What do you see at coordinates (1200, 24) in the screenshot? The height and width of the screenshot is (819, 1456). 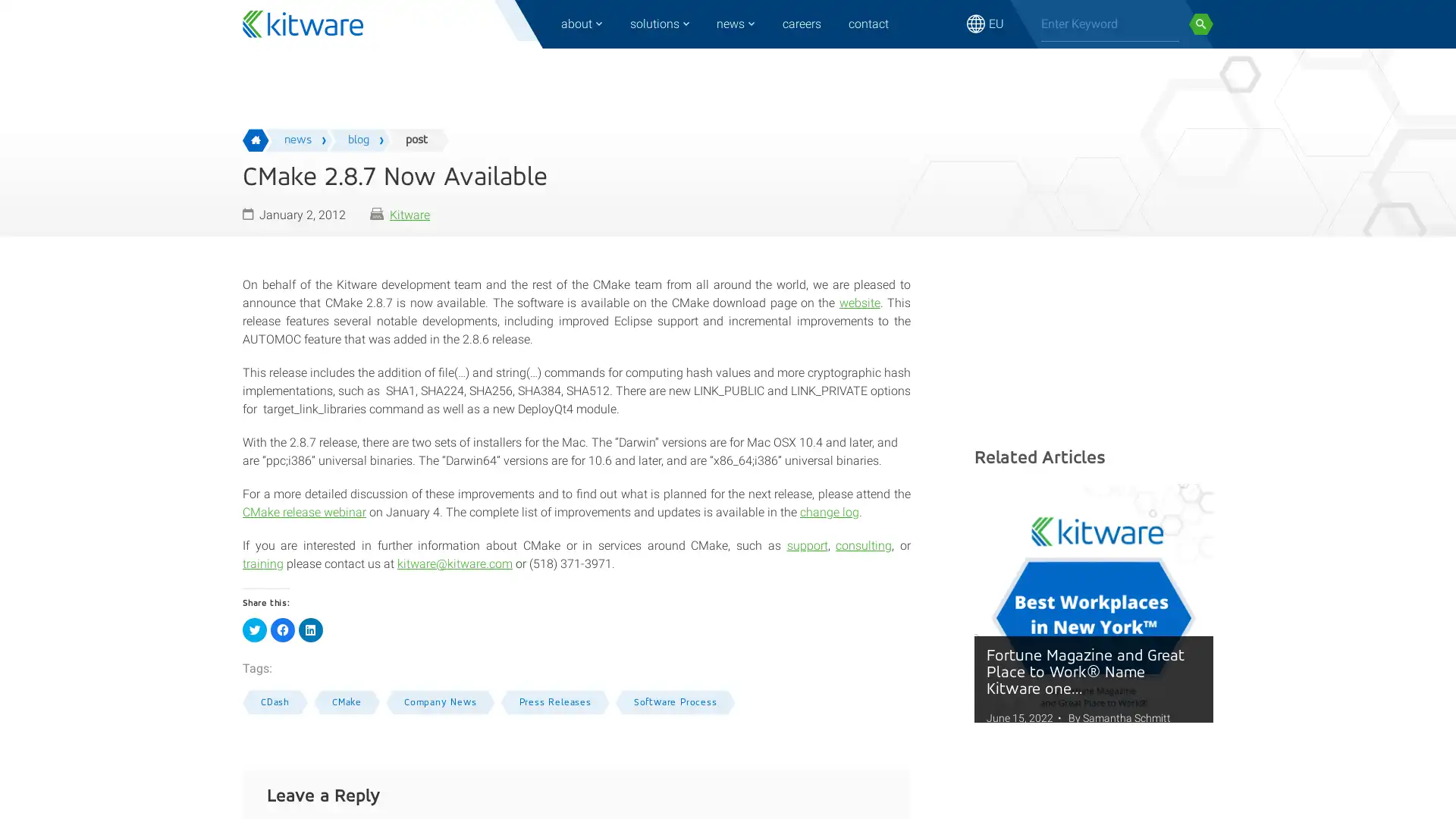 I see `Search` at bounding box center [1200, 24].